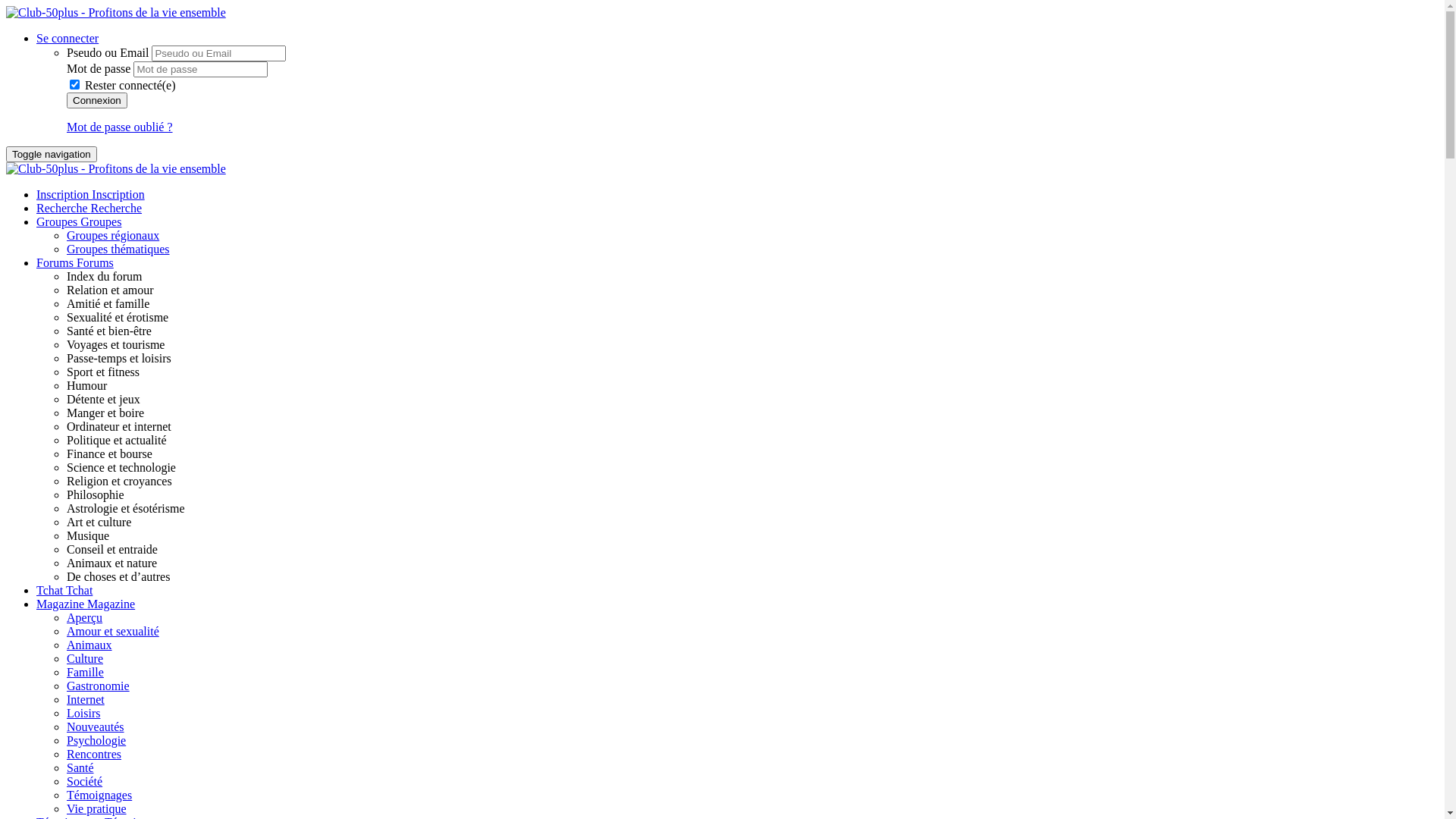  I want to click on 'Manger et boire', so click(105, 413).